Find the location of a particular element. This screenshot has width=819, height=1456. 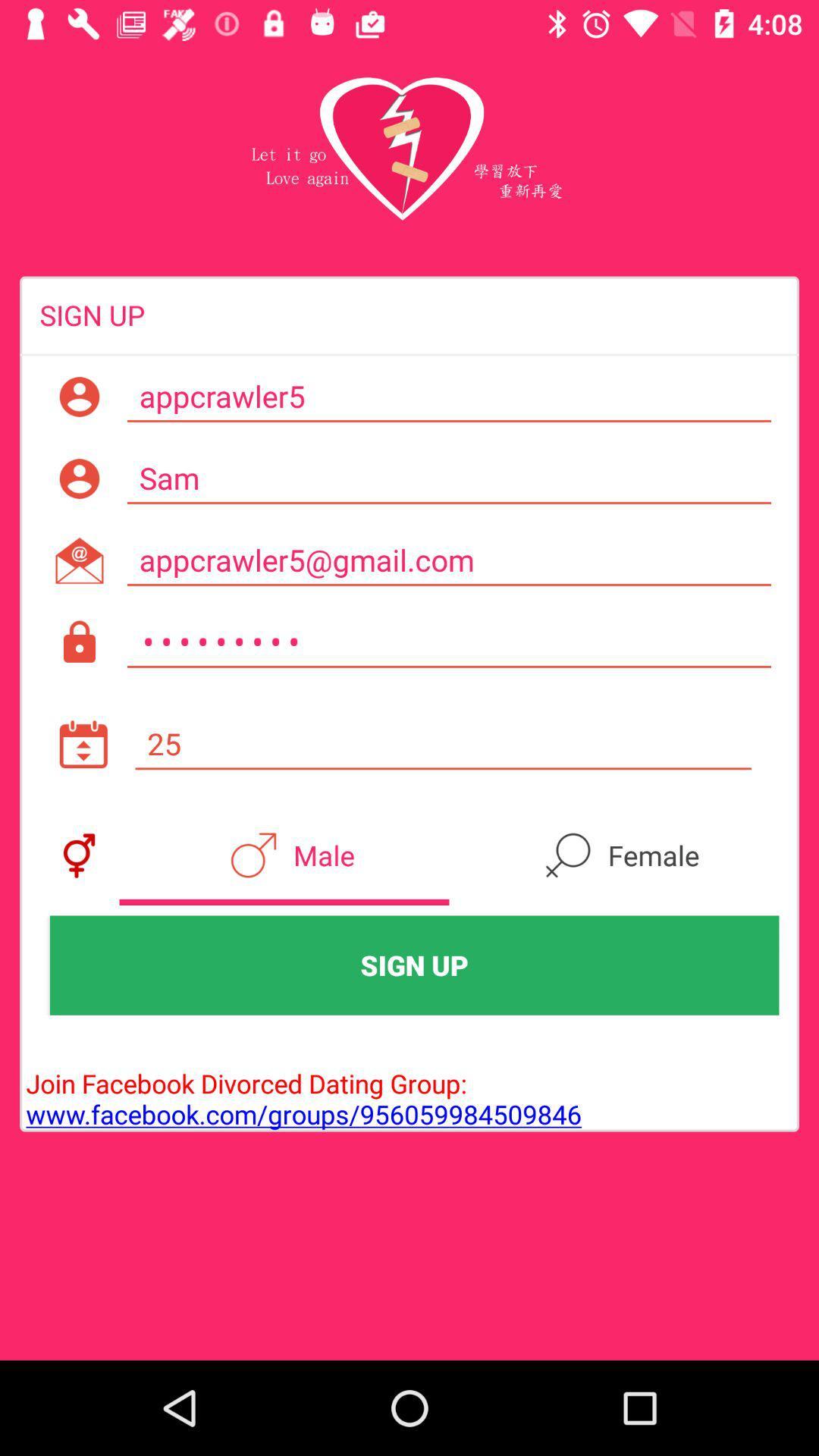

icon below the appcrawler5 is located at coordinates (448, 478).